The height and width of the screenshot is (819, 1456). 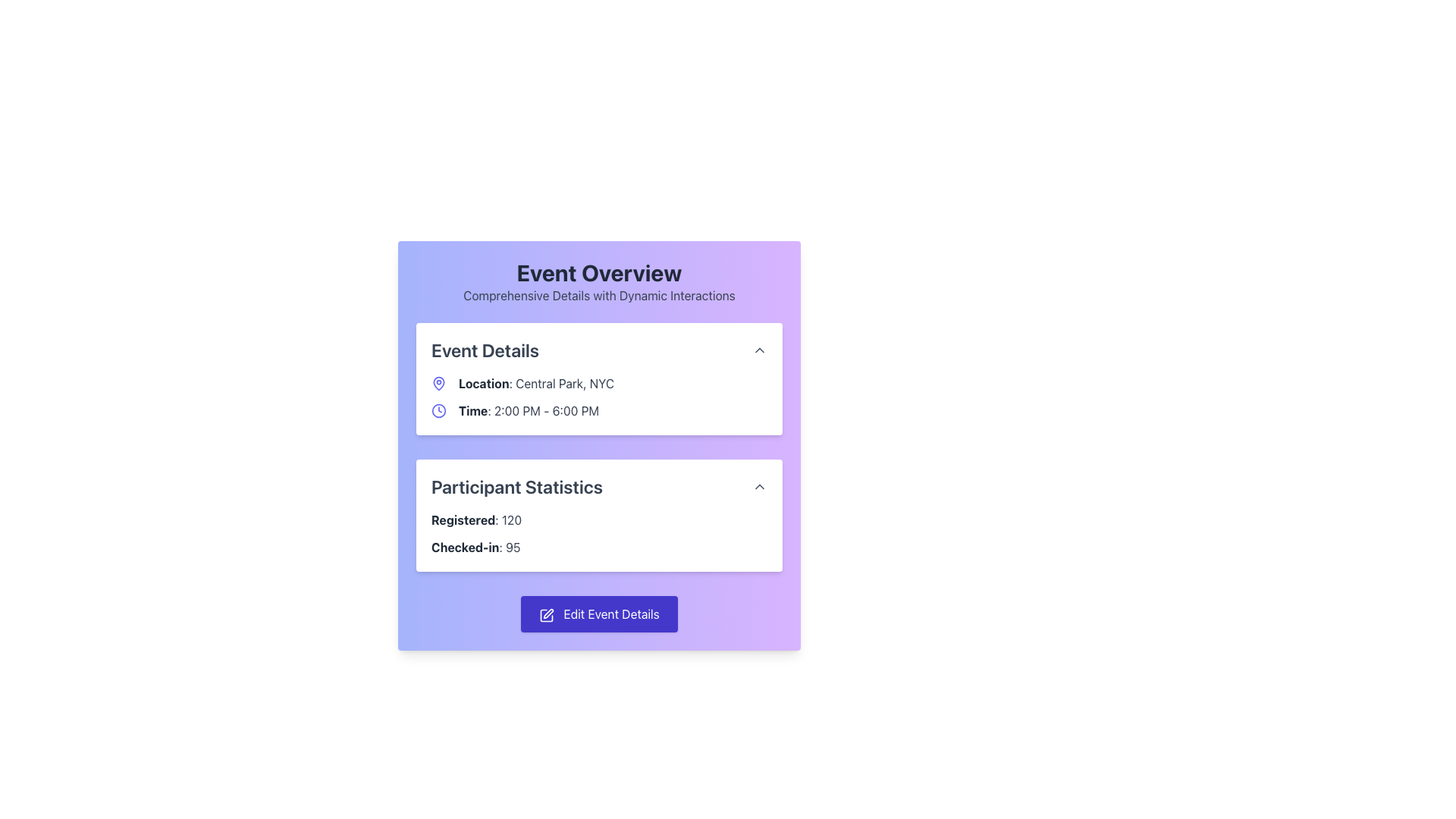 I want to click on the static text label indicating the number of registered participants for the event, located in the participant statistics section below 'Event Details' and above 'Checked-in', so click(x=463, y=519).